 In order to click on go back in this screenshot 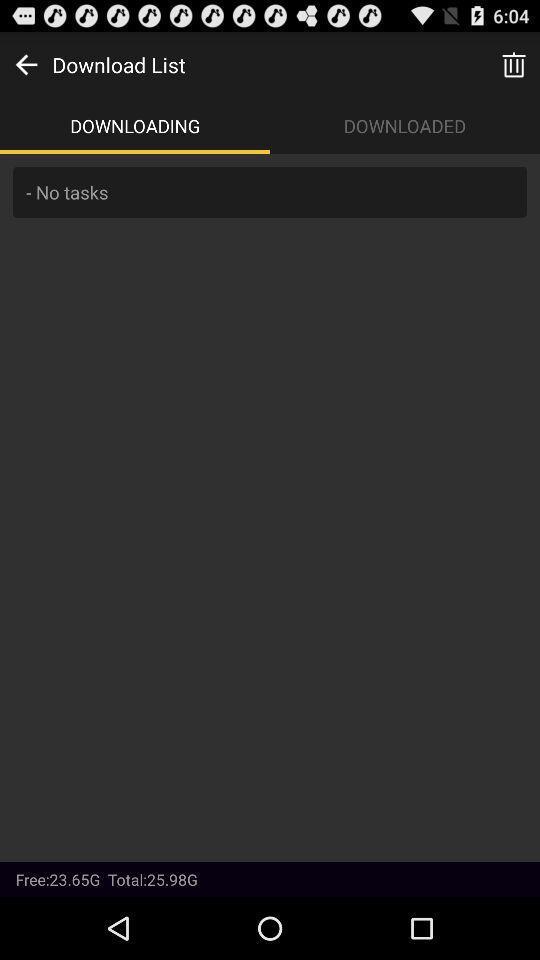, I will do `click(25, 64)`.